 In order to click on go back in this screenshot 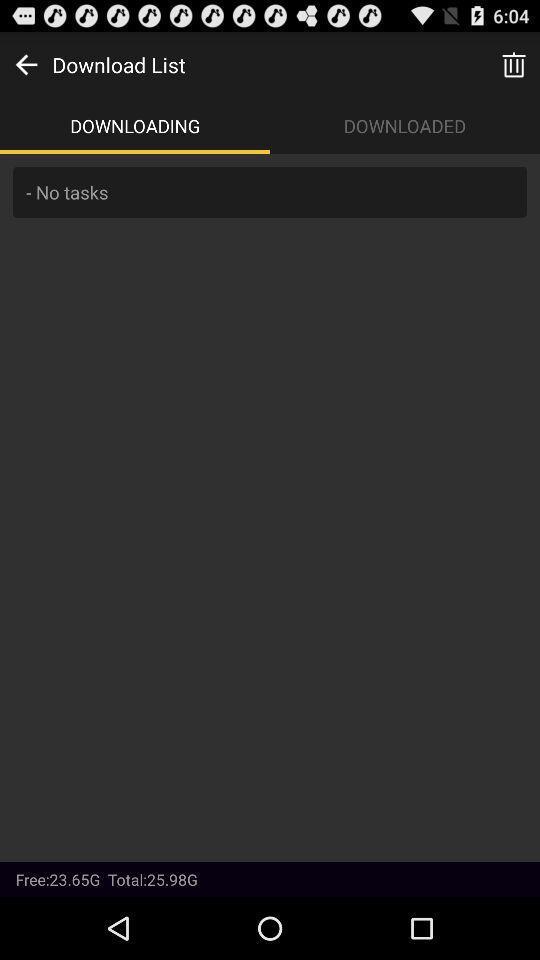, I will do `click(25, 64)`.